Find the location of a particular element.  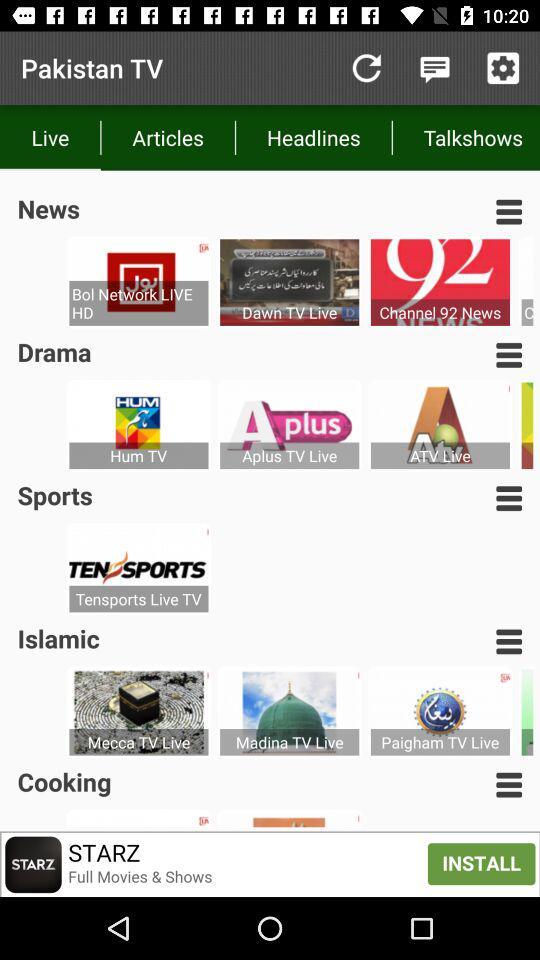

settings option is located at coordinates (502, 68).